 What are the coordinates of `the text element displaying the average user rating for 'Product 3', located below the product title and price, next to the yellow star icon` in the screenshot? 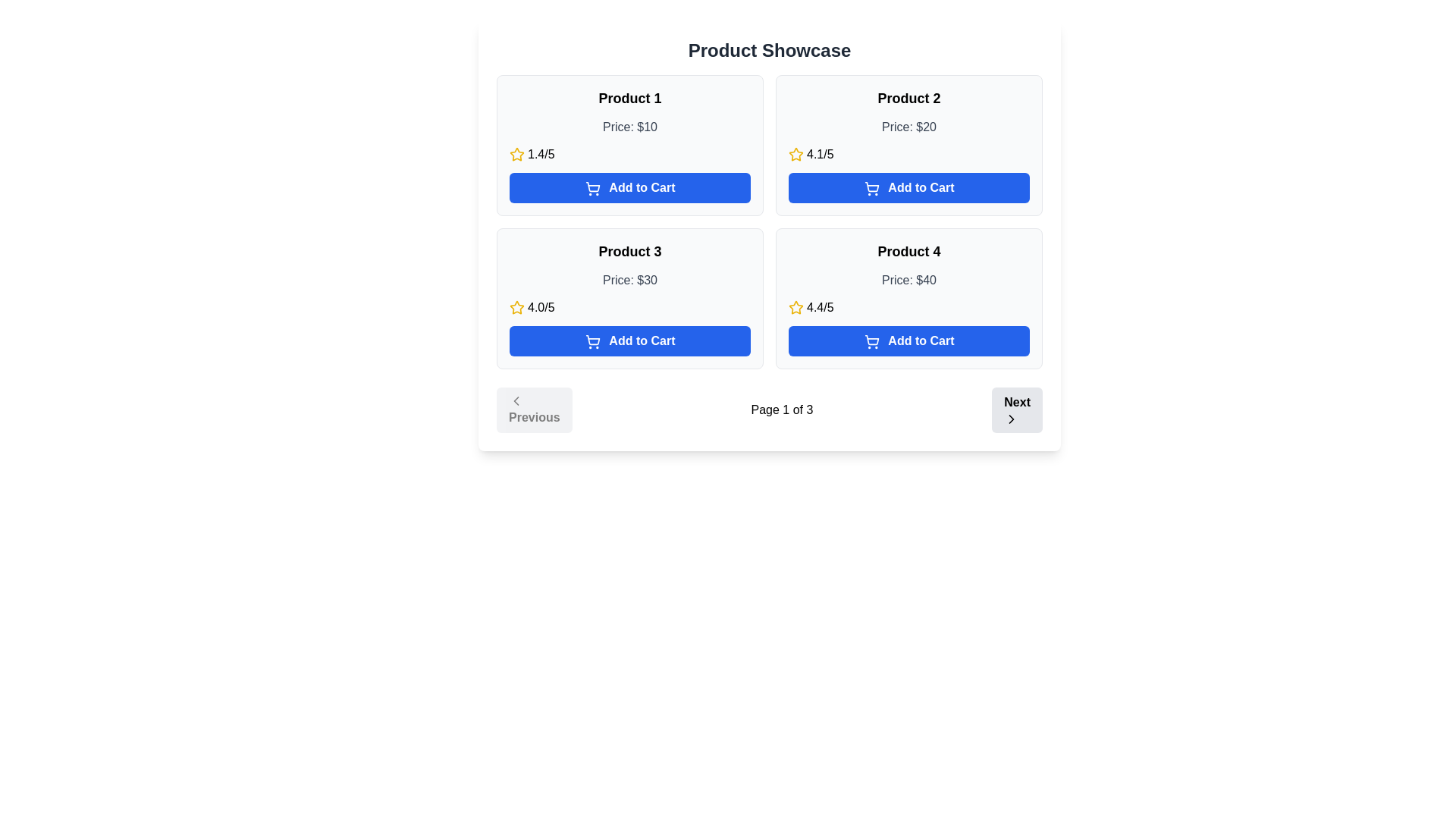 It's located at (541, 307).